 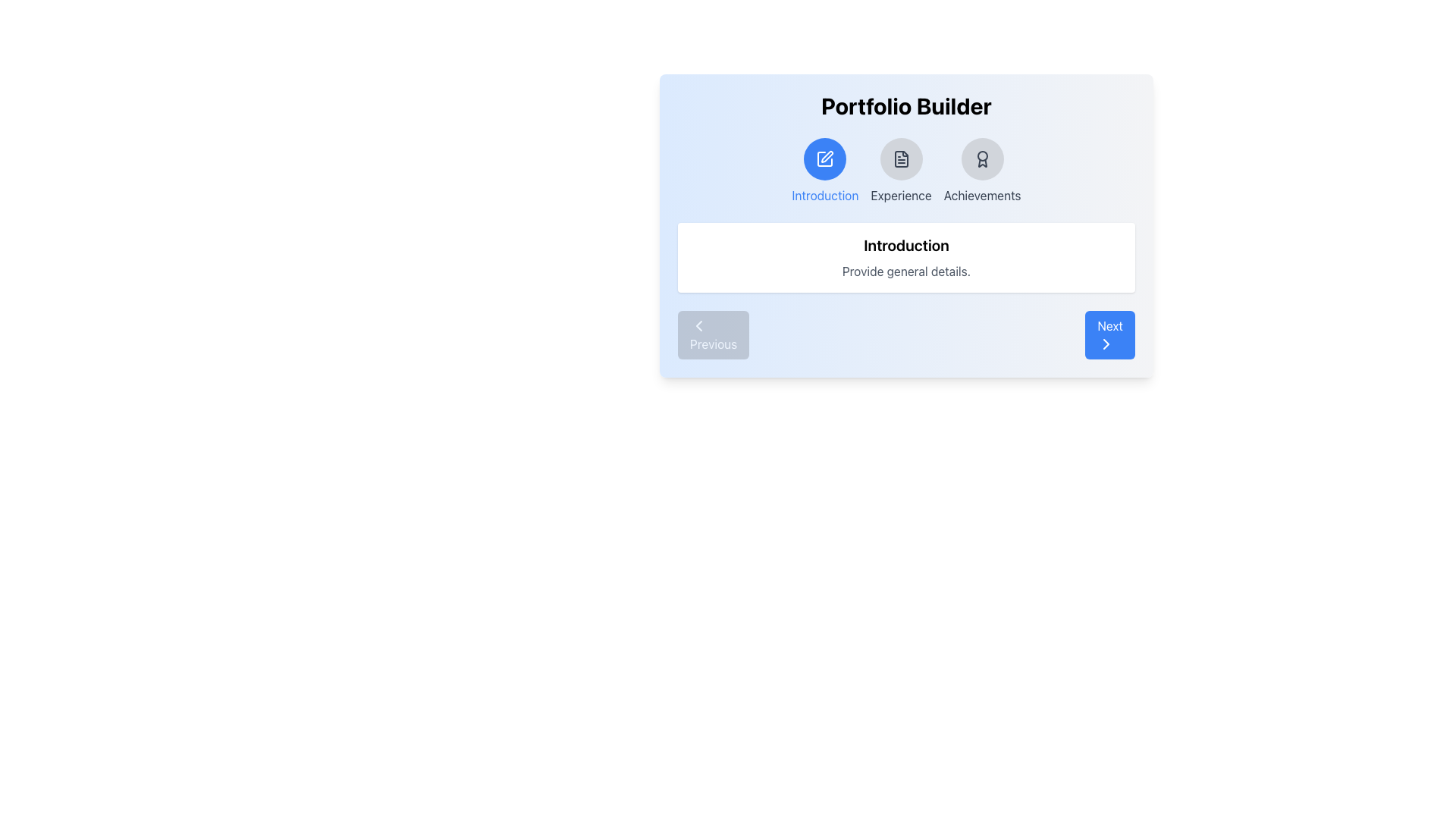 What do you see at coordinates (901, 158) in the screenshot?
I see `the 'Experience' section icon located in the second circular icon from the left in the navigation bar beneath the 'Portfolio Builder' header` at bounding box center [901, 158].